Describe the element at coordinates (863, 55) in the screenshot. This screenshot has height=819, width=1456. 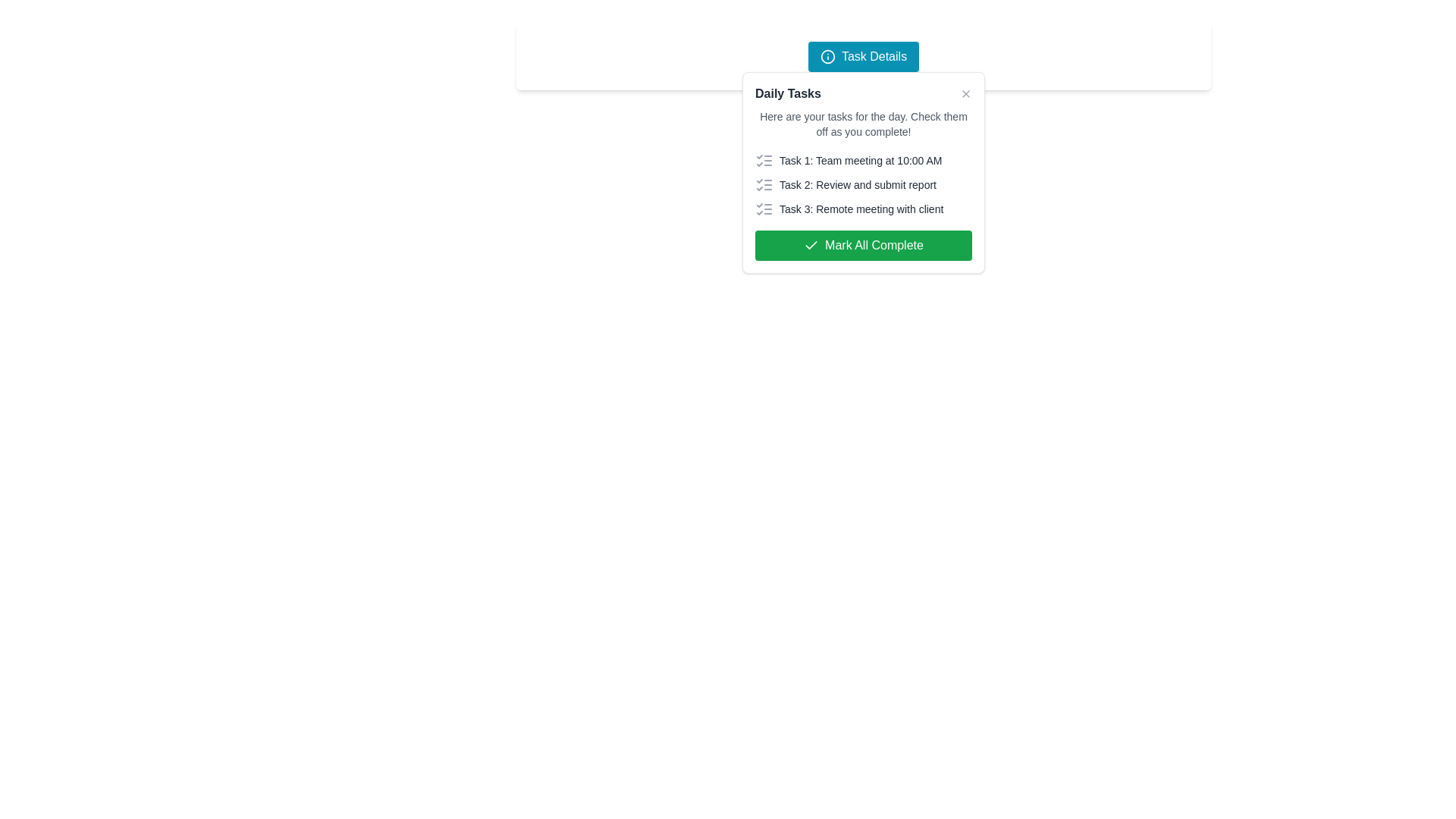
I see `the rectangular button with a cyan blue background and white text reading 'Task Details', which features a white circular information icon on the left side of the text` at that location.